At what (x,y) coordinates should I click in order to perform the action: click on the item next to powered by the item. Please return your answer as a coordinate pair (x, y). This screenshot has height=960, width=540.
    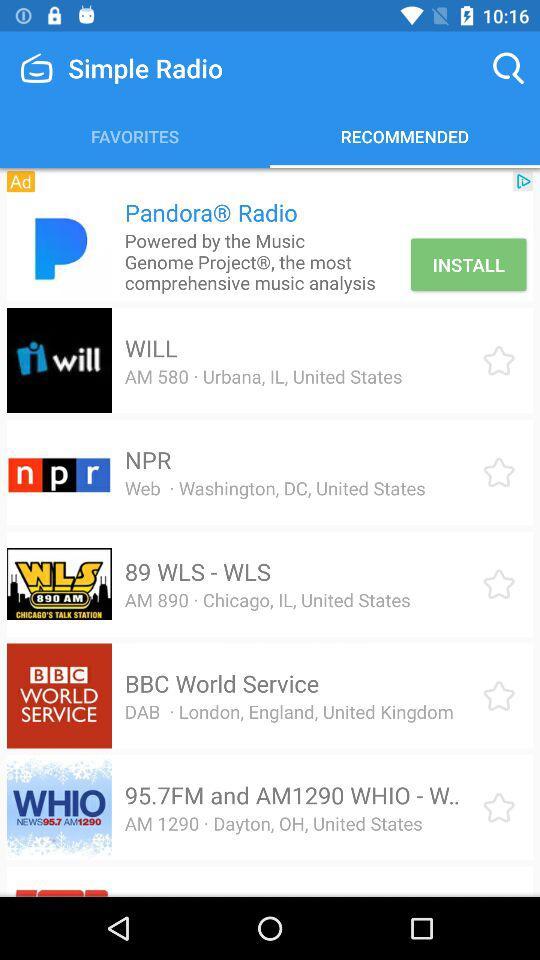
    Looking at the image, I should click on (468, 263).